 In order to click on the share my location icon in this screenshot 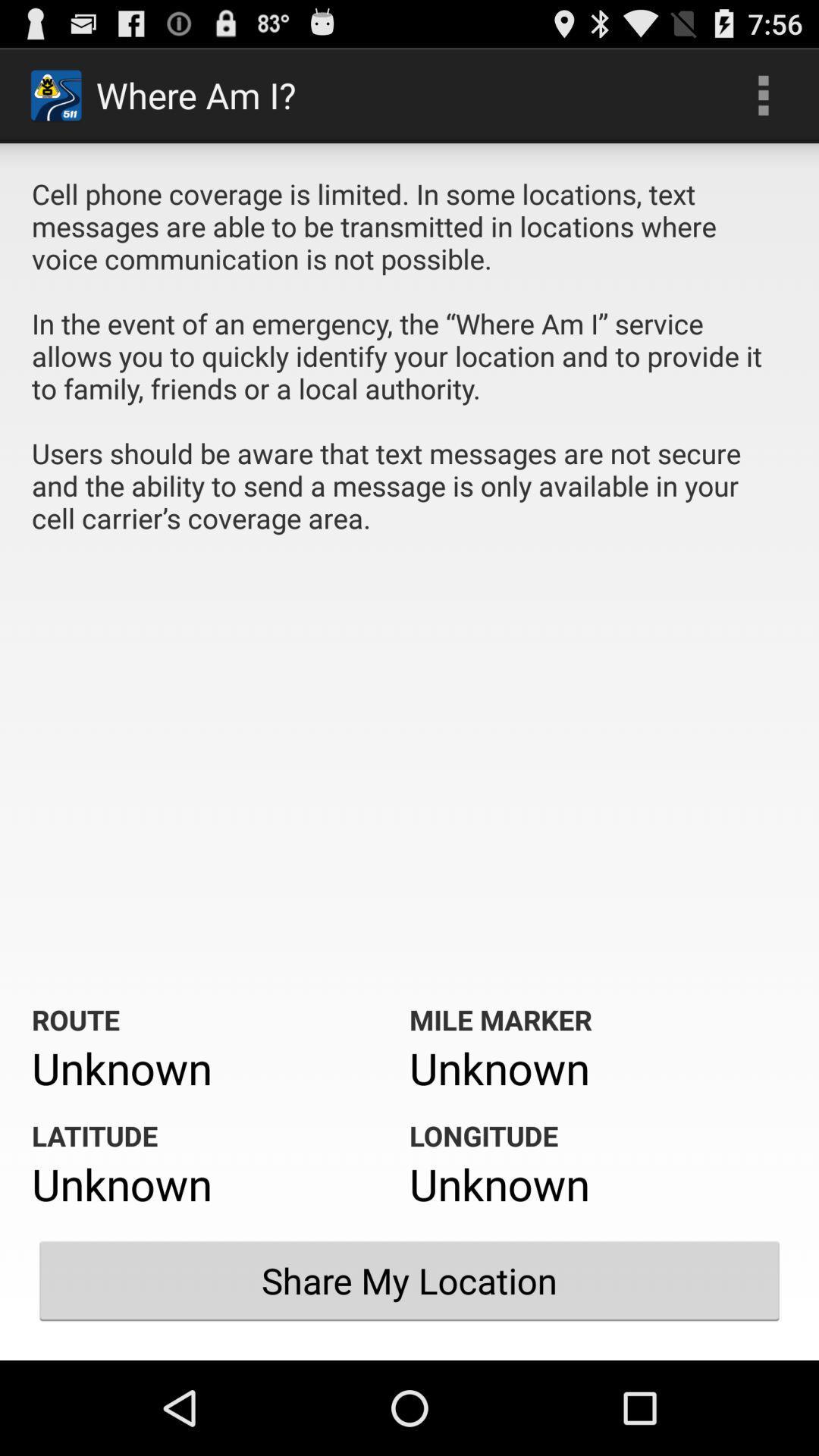, I will do `click(409, 1280)`.